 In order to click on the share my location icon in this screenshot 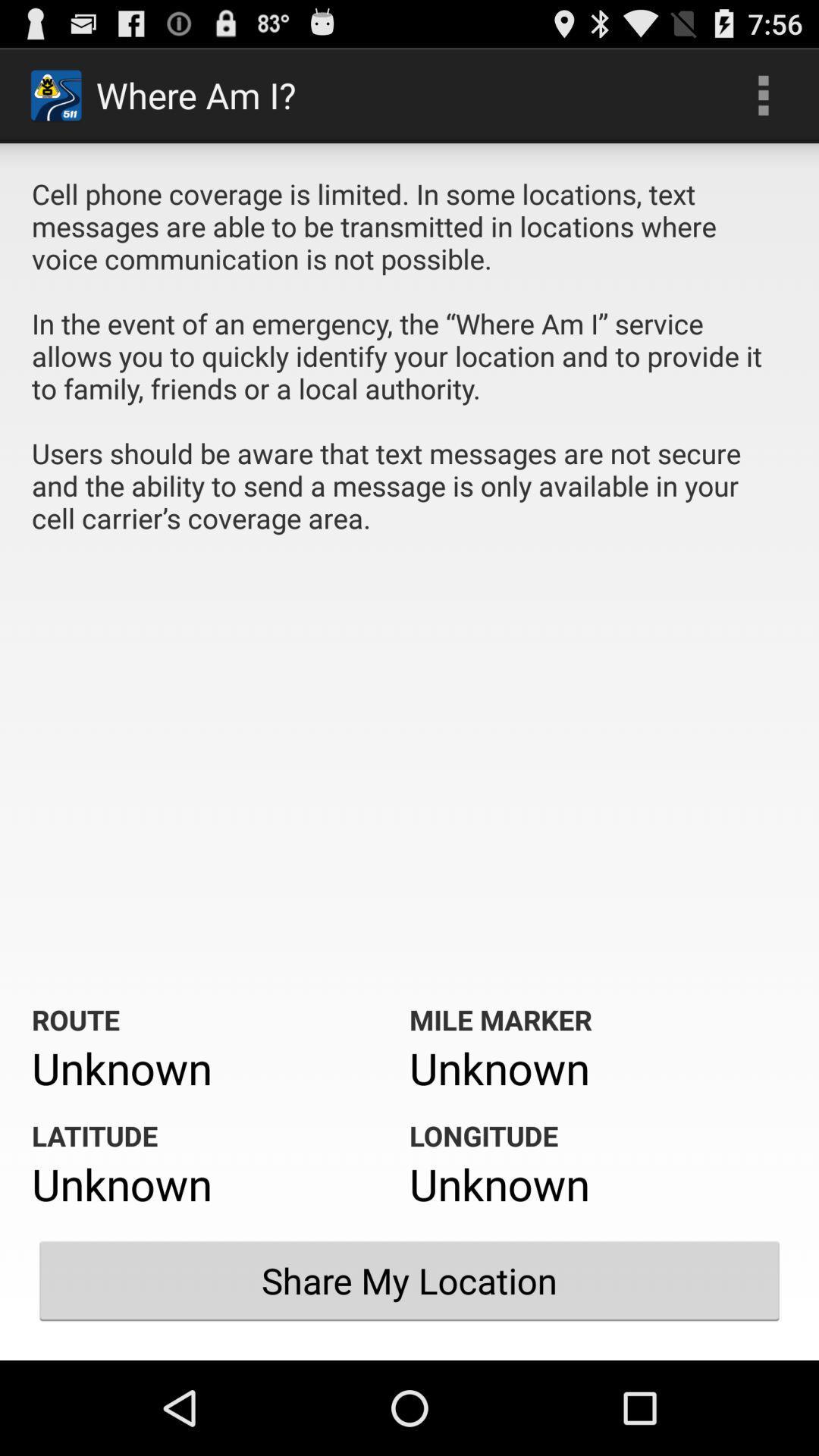, I will do `click(409, 1280)`.